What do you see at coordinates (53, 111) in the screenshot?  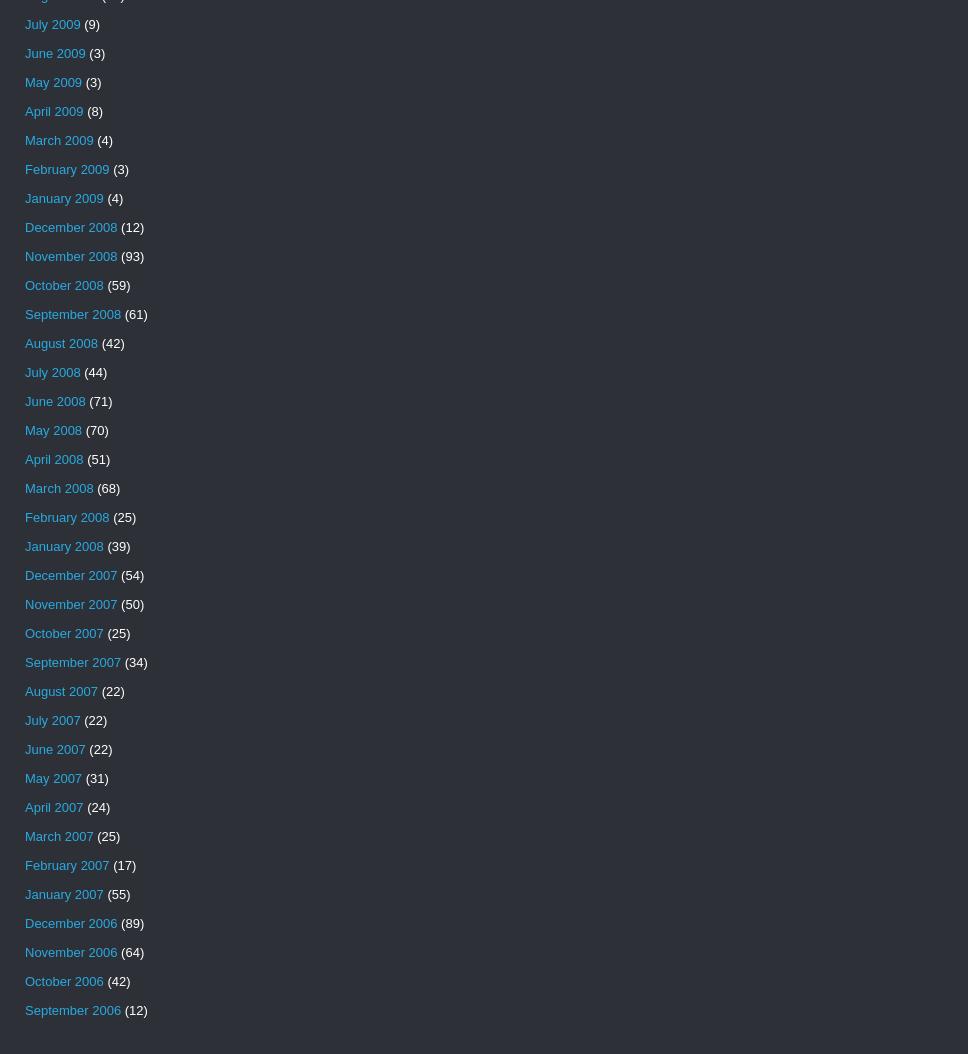 I see `'April 2009'` at bounding box center [53, 111].